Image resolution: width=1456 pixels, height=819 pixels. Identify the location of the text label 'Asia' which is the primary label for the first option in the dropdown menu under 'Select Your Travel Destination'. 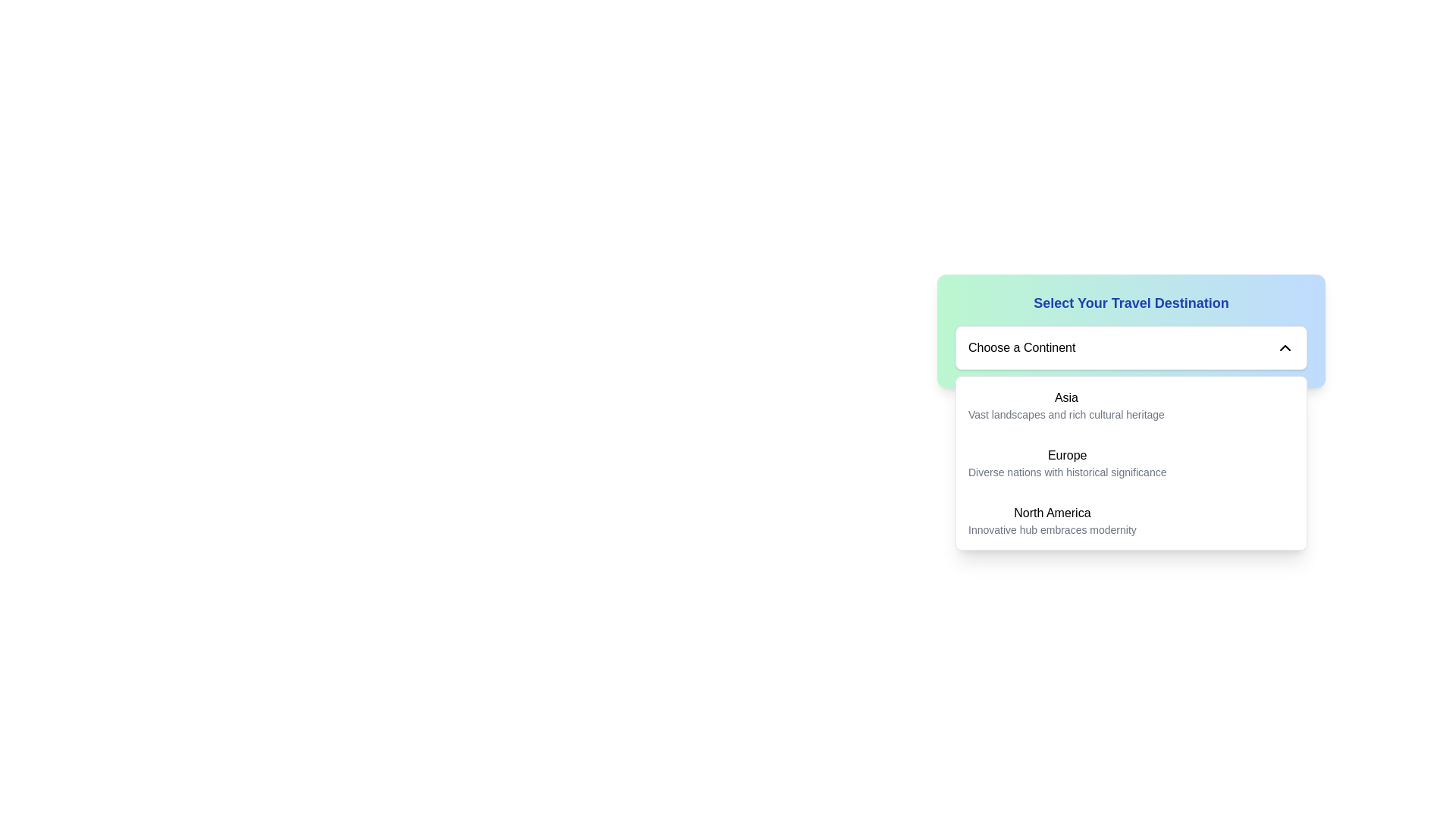
(1065, 397).